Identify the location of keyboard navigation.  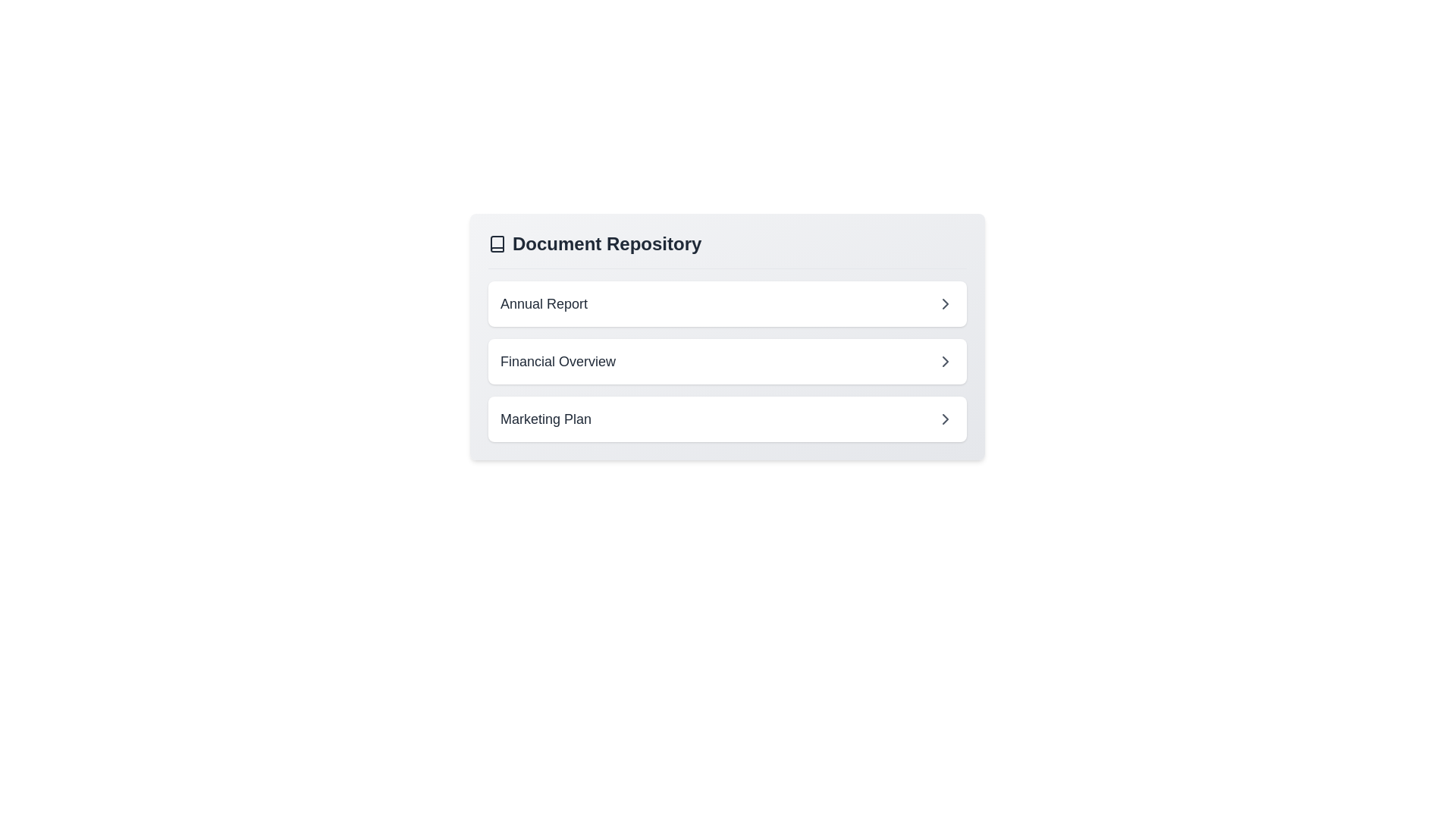
(726, 419).